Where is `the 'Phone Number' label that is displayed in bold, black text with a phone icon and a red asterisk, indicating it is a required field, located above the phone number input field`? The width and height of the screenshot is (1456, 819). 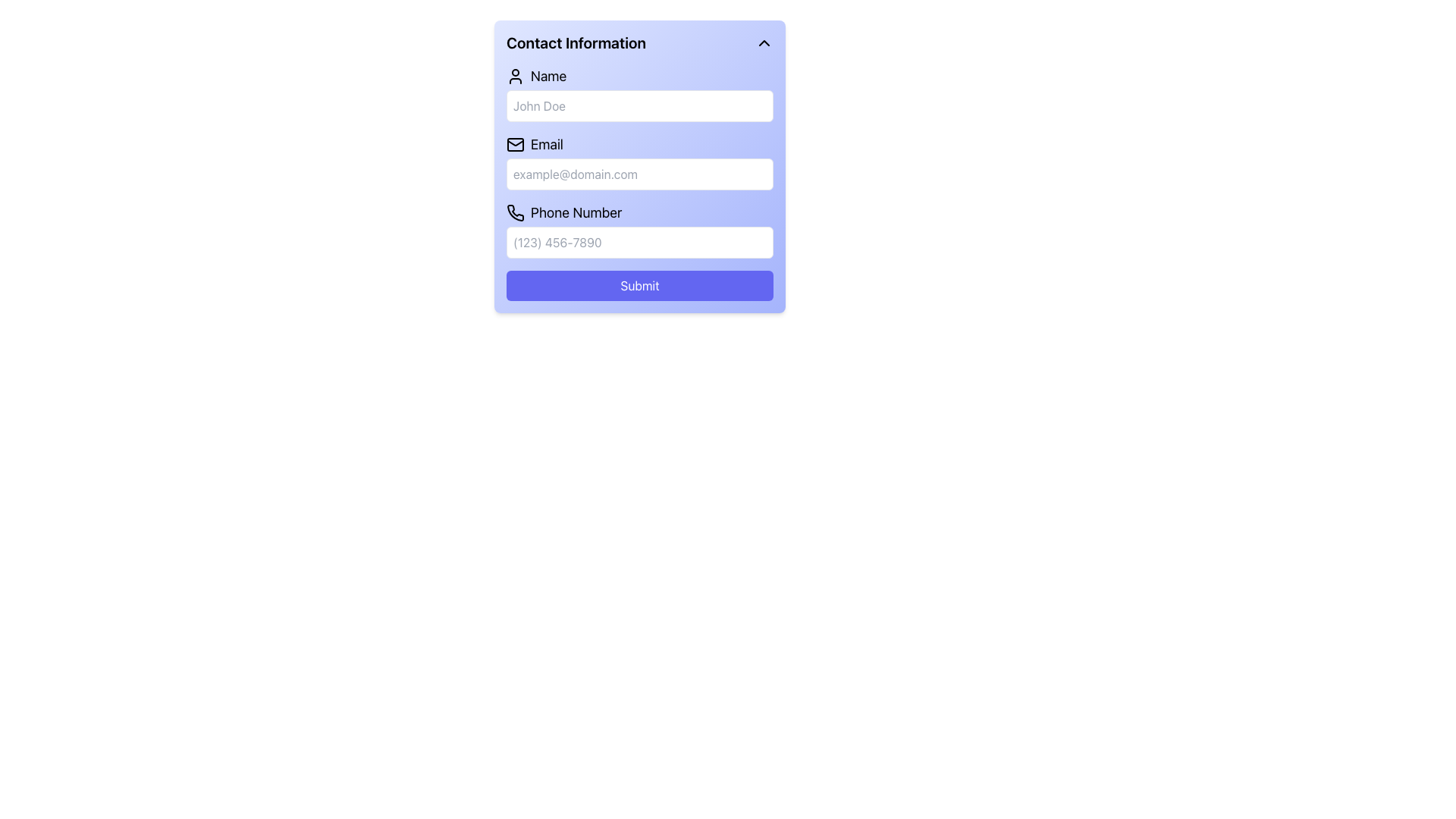 the 'Phone Number' label that is displayed in bold, black text with a phone icon and a red asterisk, indicating it is a required field, located above the phone number input field is located at coordinates (640, 213).